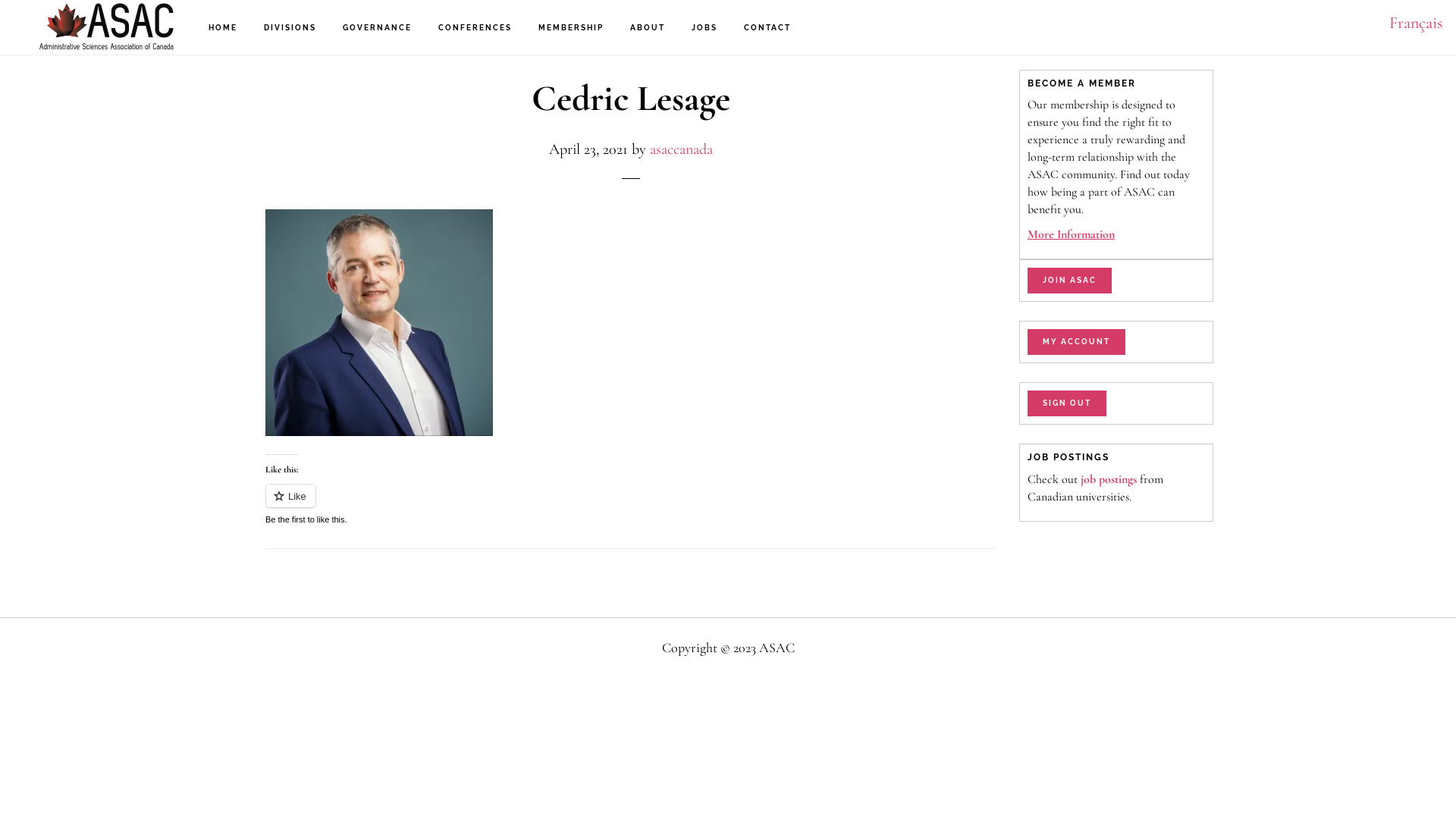 This screenshot has height=819, width=1456. Describe the element at coordinates (1065, 403) in the screenshot. I see `'SIGN OUT'` at that location.